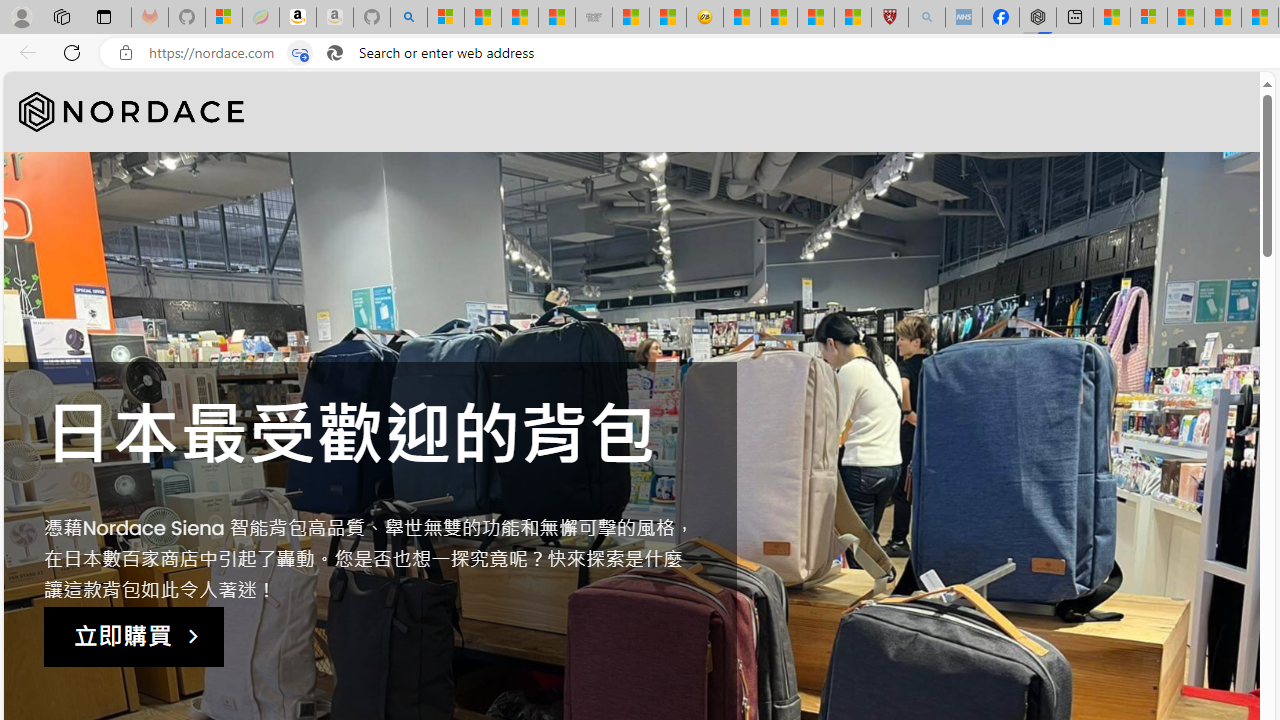  What do you see at coordinates (556, 17) in the screenshot?
I see `'Stocks - MSN'` at bounding box center [556, 17].